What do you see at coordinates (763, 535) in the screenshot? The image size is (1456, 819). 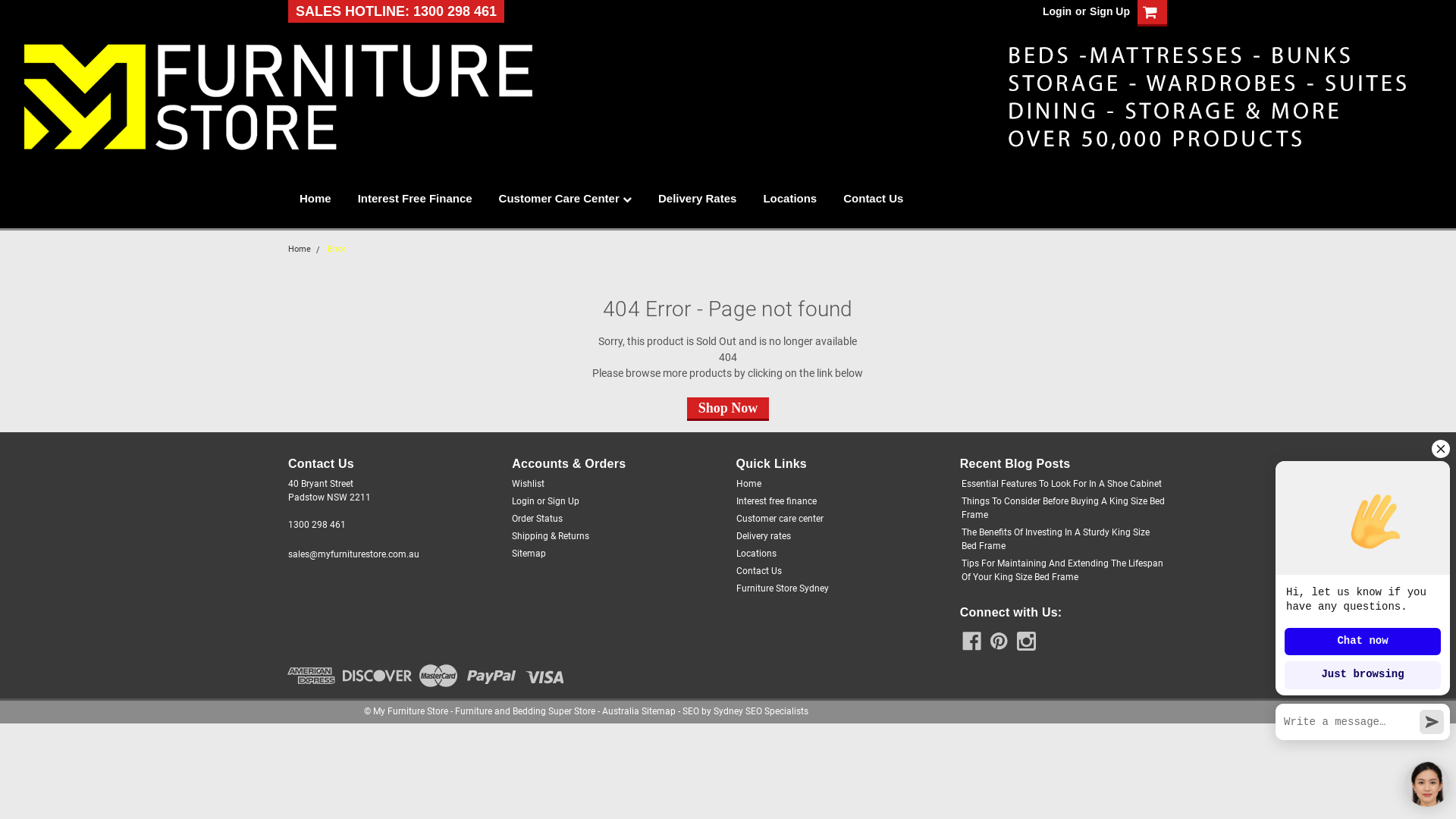 I see `'Delivery rates'` at bounding box center [763, 535].